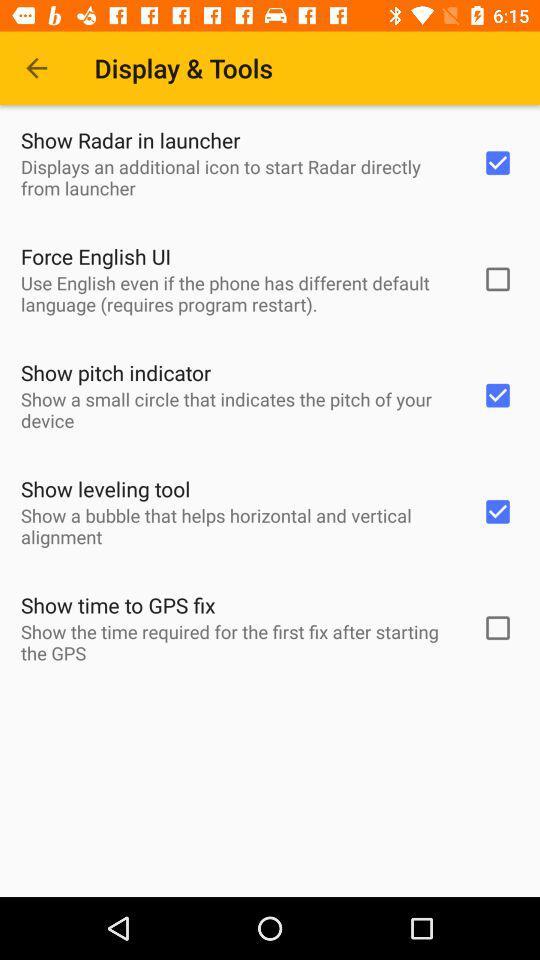 Image resolution: width=540 pixels, height=960 pixels. Describe the element at coordinates (105, 488) in the screenshot. I see `the show leveling tool icon` at that location.